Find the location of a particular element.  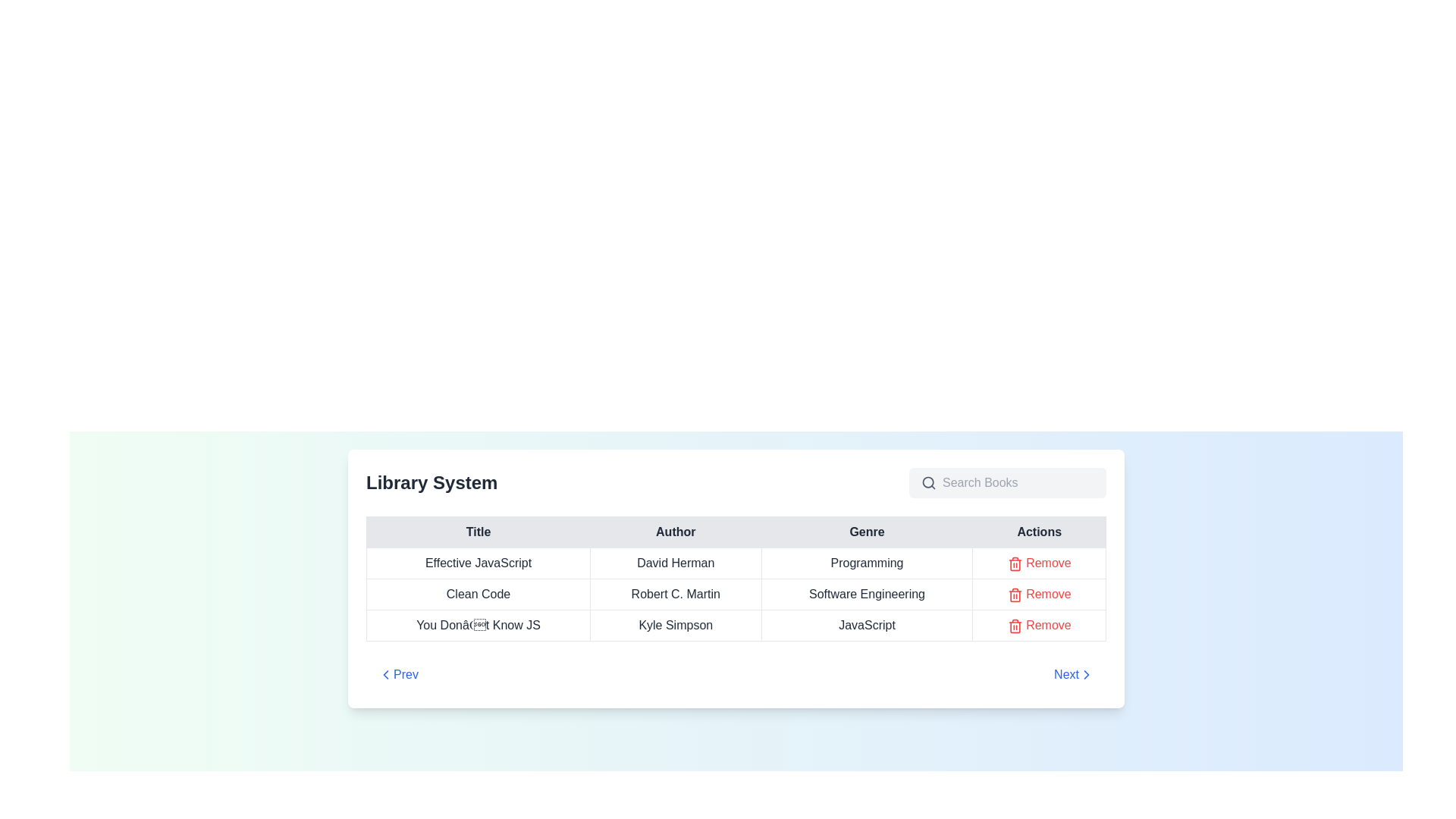

the text element displaying 'Software Engineering' in the 'Genre' column of the table corresponding to 'Clean Code' is located at coordinates (867, 593).